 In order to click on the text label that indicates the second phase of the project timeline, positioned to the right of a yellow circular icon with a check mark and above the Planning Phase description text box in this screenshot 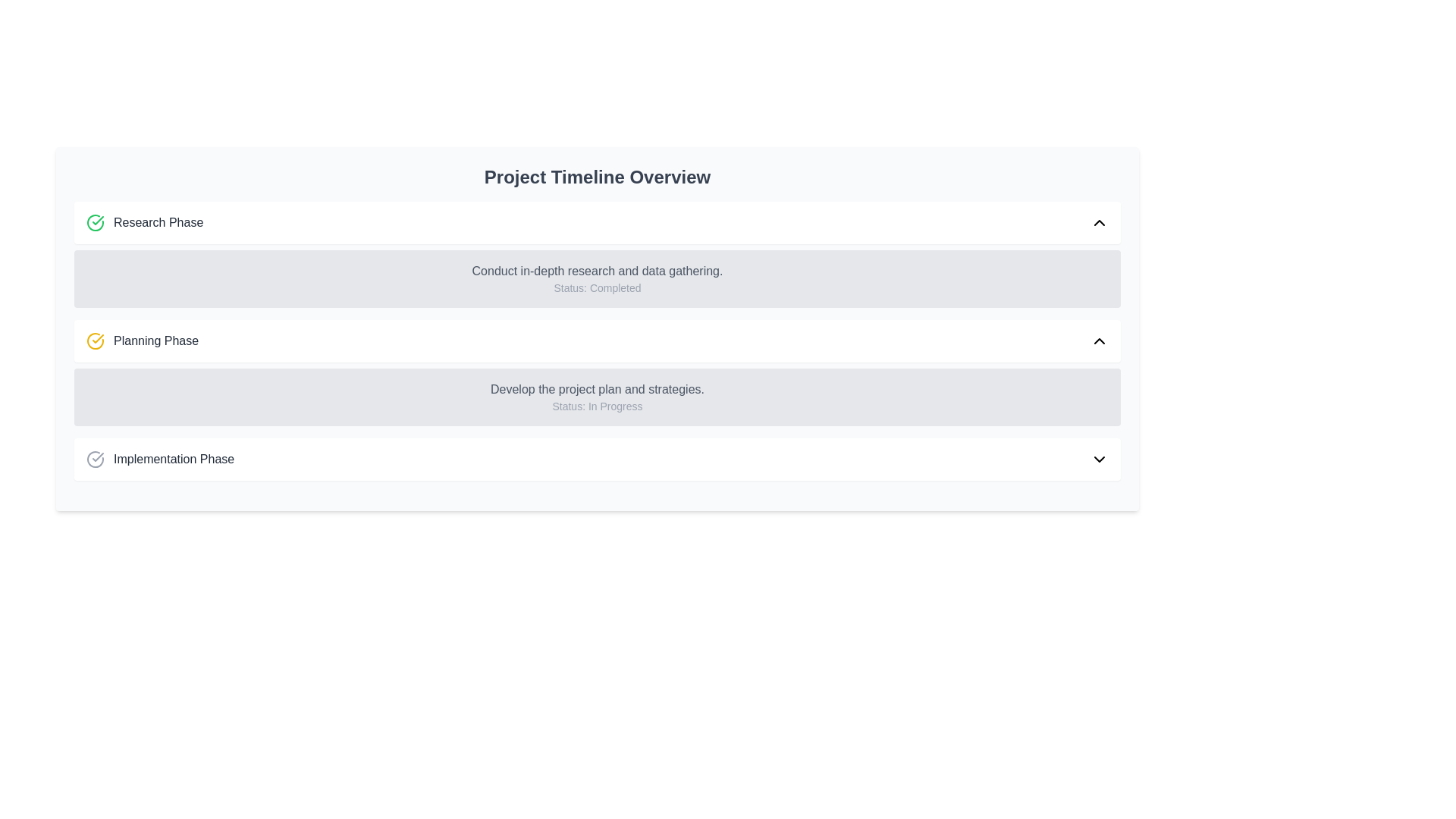, I will do `click(156, 341)`.